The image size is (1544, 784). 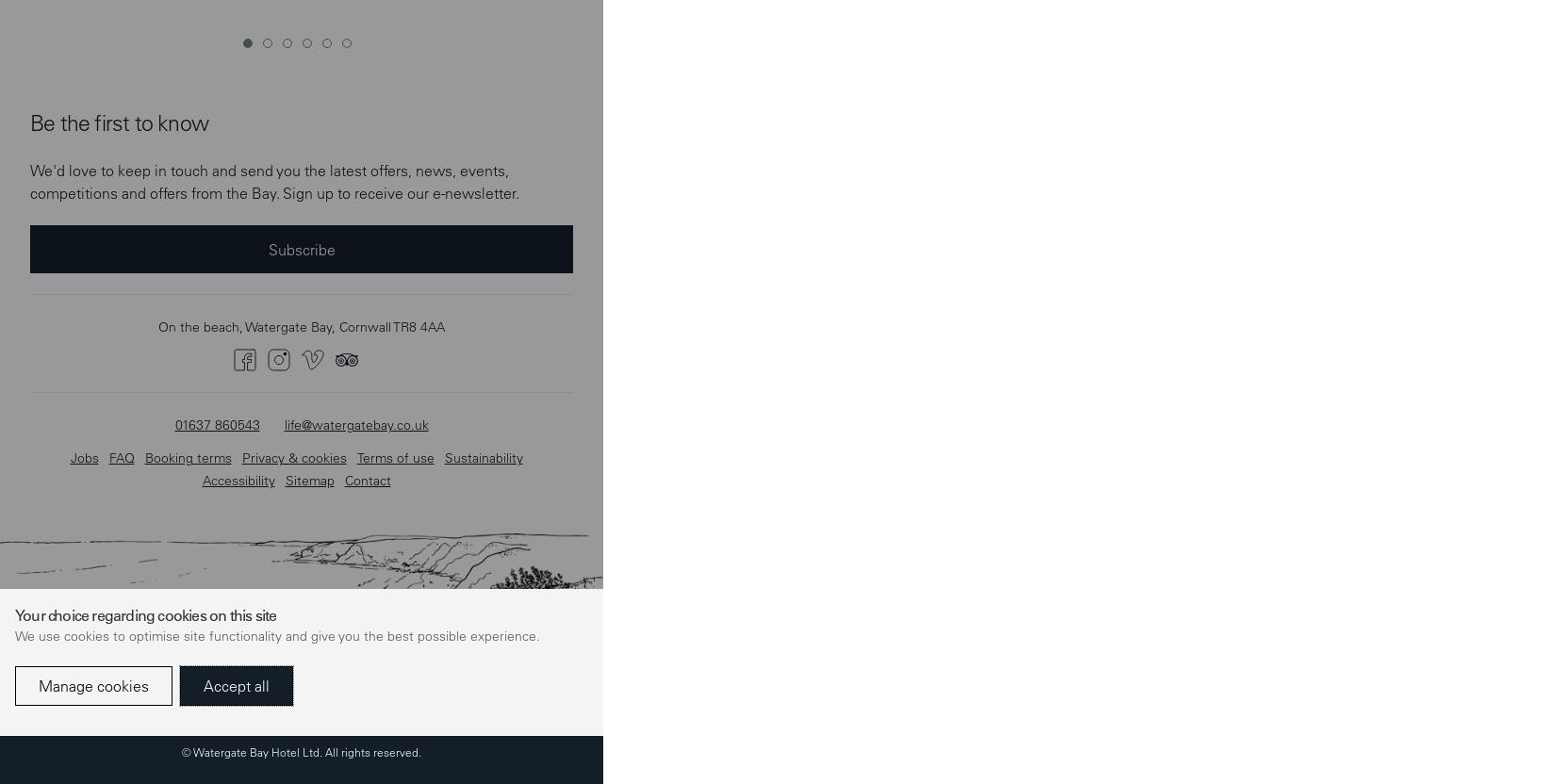 I want to click on 'Sustainability', so click(x=482, y=39).